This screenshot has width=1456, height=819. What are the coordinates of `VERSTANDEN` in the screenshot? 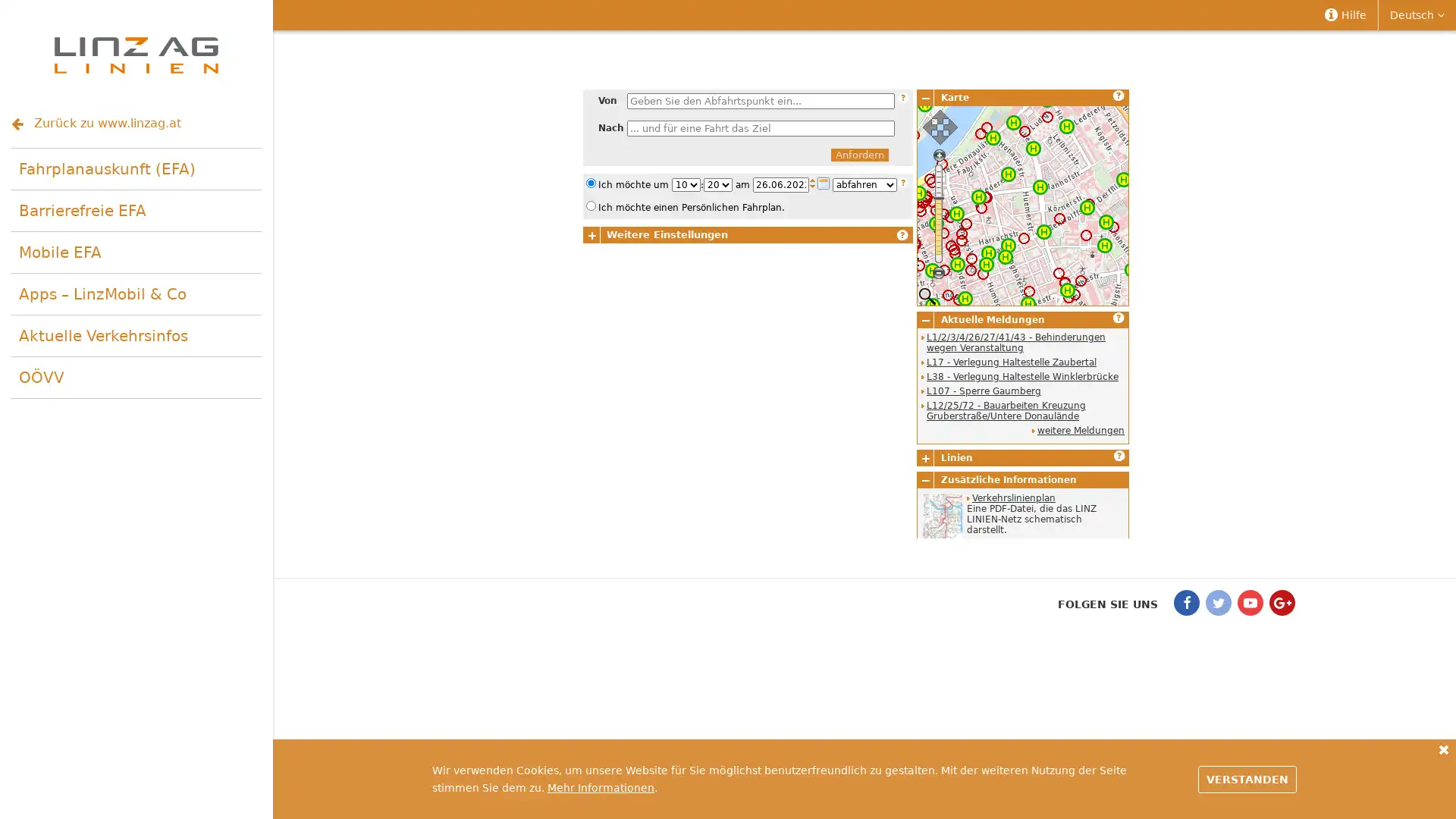 It's located at (1247, 778).